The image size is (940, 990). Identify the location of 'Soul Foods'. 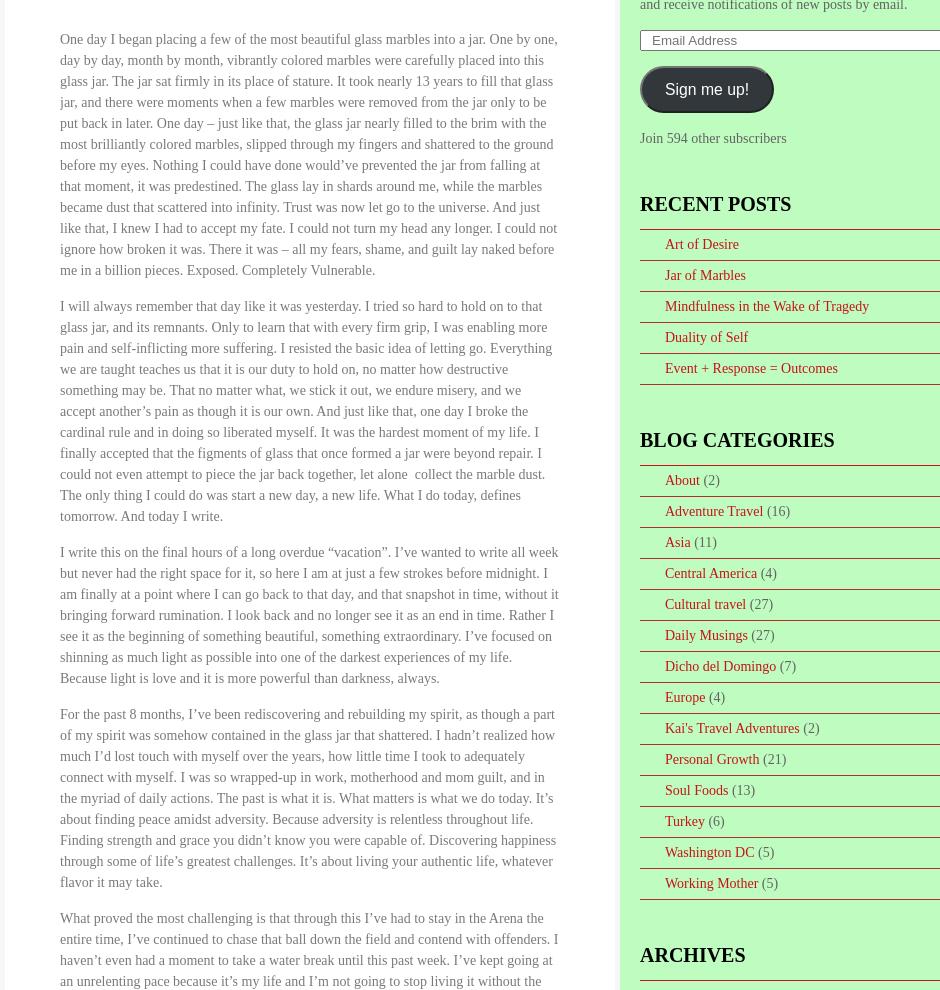
(695, 790).